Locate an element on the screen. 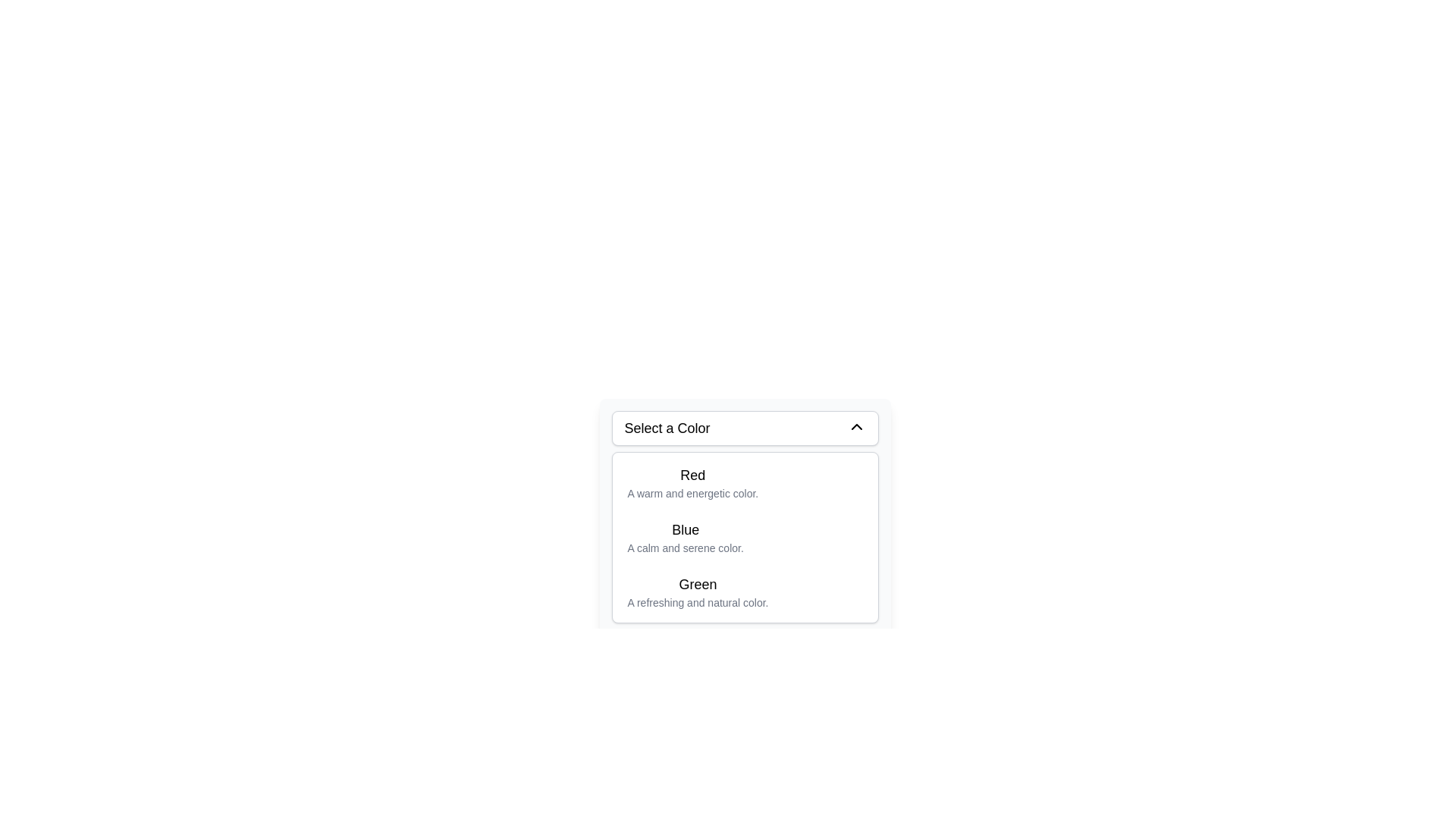 Image resolution: width=1456 pixels, height=819 pixels. the second item in a vertically aligned list that displays the color option 'Blue' is located at coordinates (745, 537).